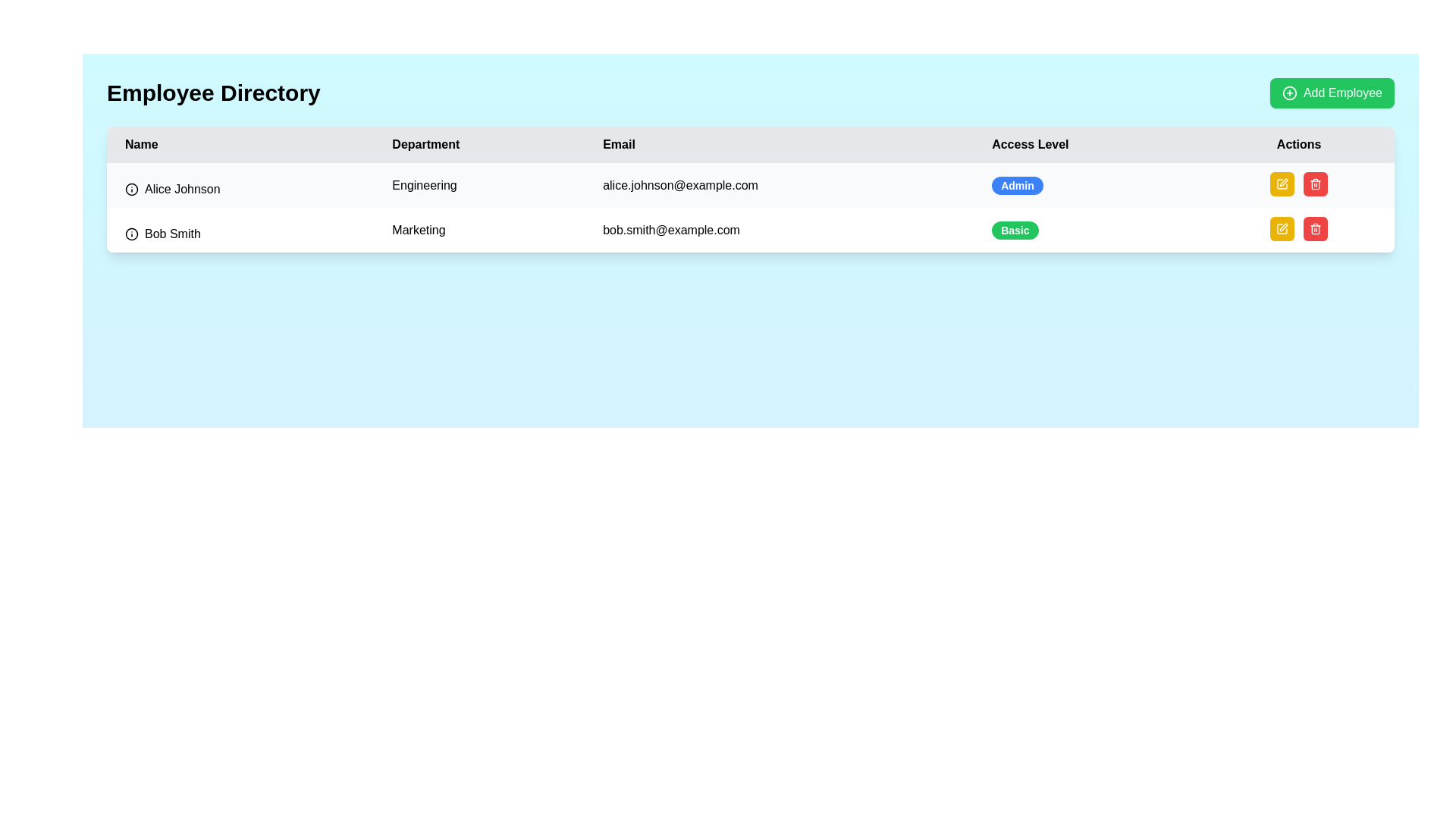 The height and width of the screenshot is (819, 1456). Describe the element at coordinates (1282, 184) in the screenshot. I see `the edit button located in the 'Actions' column of the first row of the table` at that location.